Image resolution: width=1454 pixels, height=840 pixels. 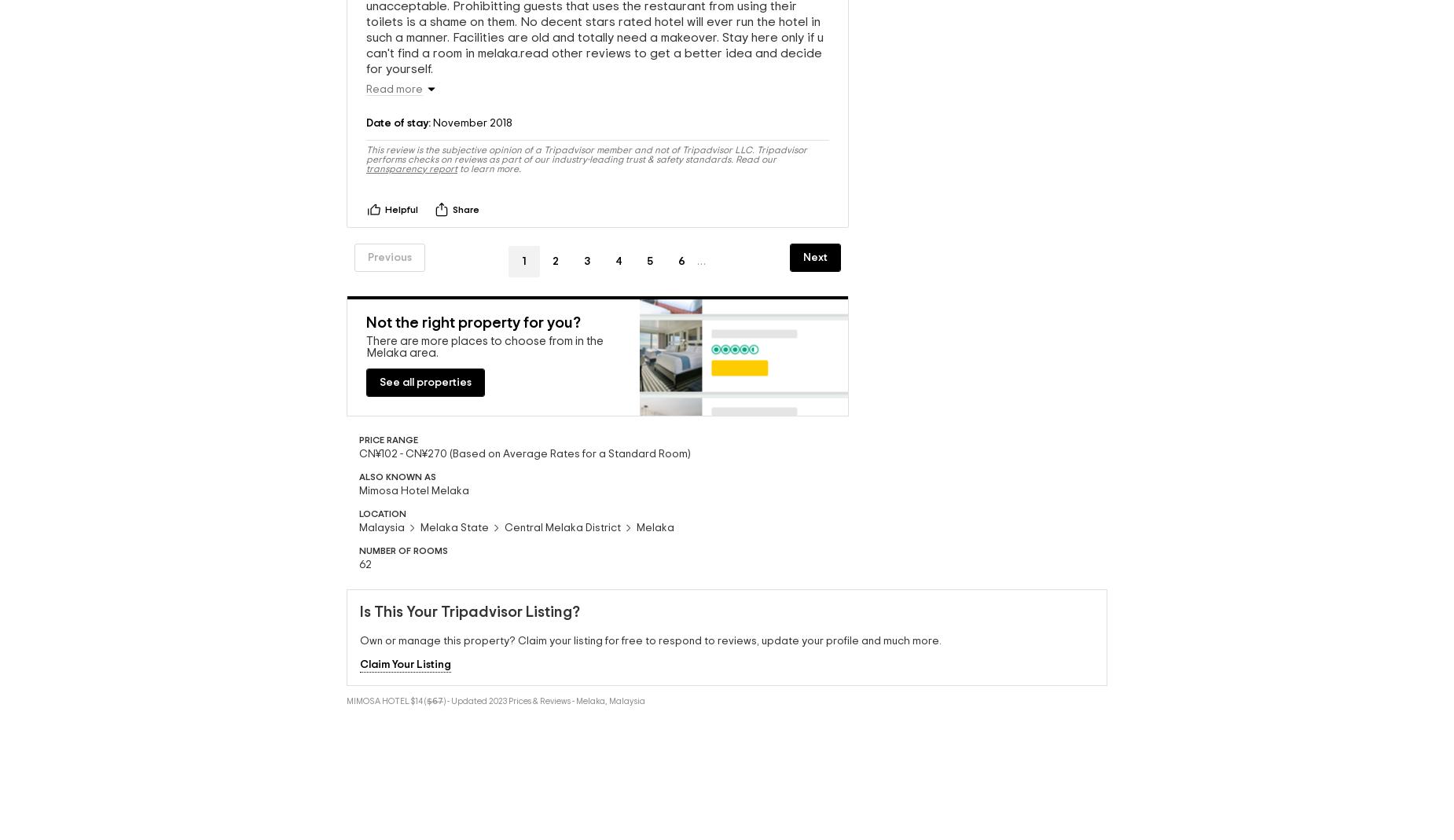 I want to click on 'Claim Your Listing', so click(x=405, y=664).